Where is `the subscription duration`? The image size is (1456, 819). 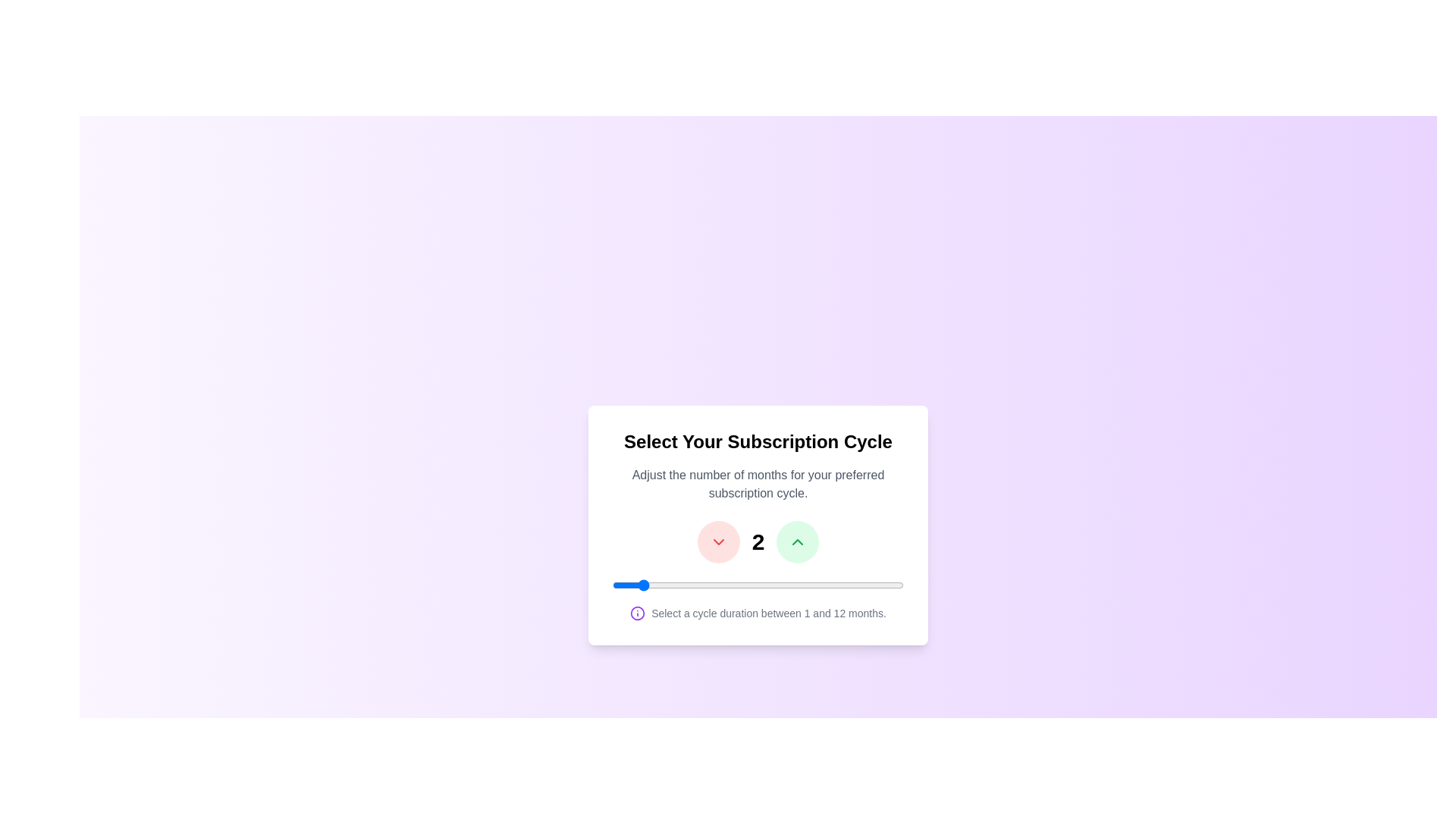 the subscription duration is located at coordinates (851, 584).